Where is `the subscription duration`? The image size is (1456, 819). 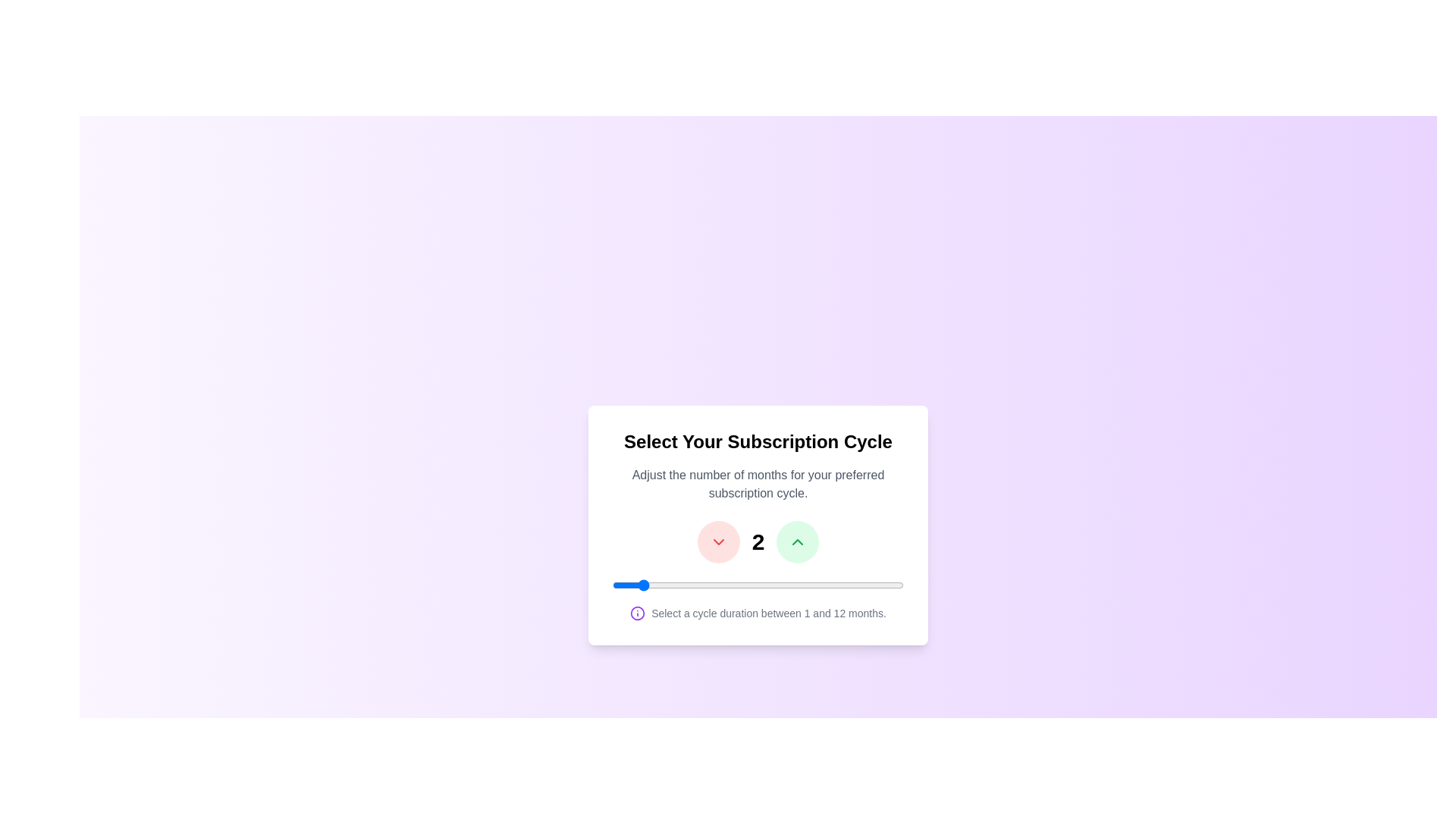 the subscription duration is located at coordinates (851, 584).